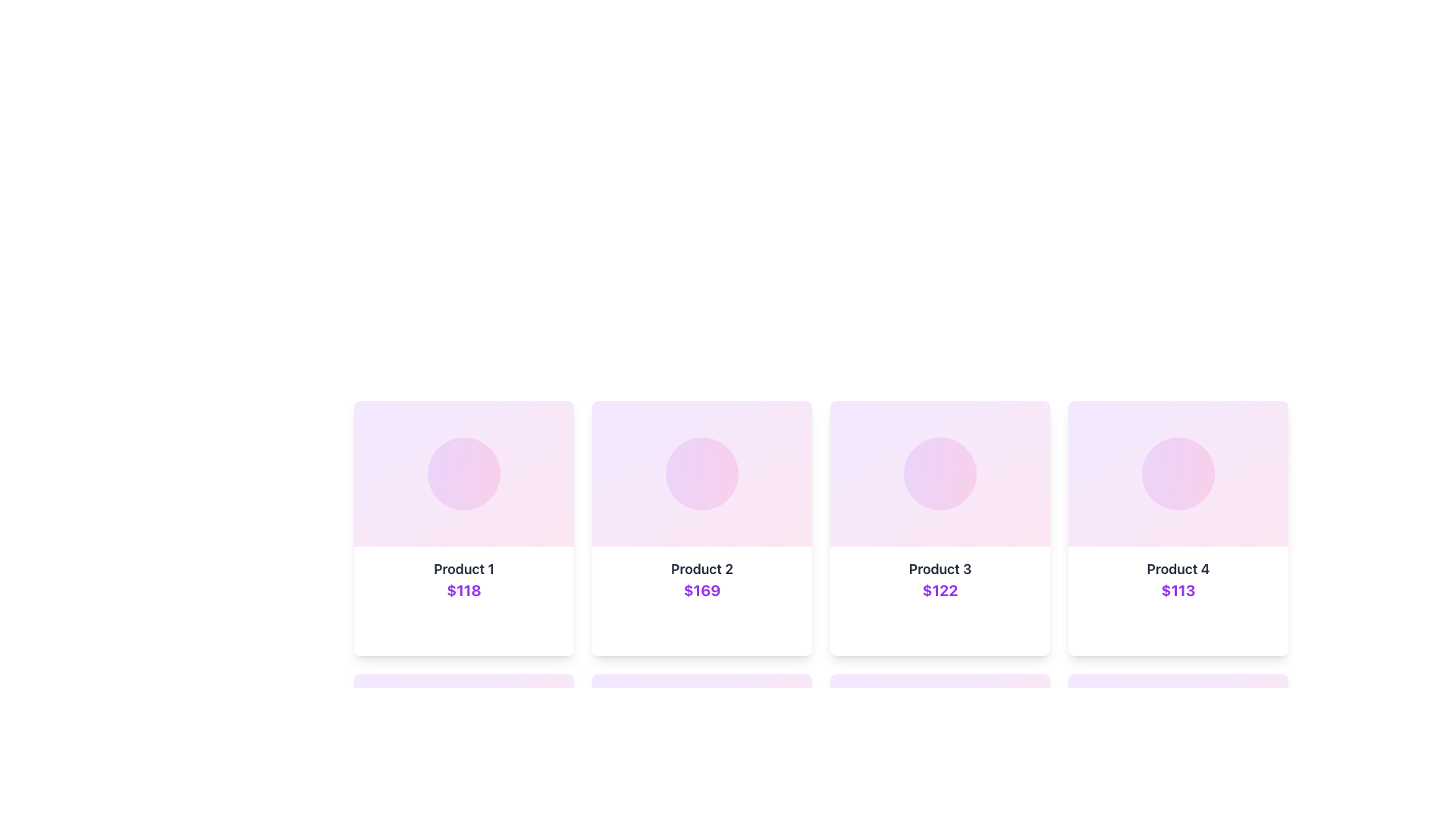  I want to click on the fourth product card in the horizontal grid layout, so click(1178, 528).